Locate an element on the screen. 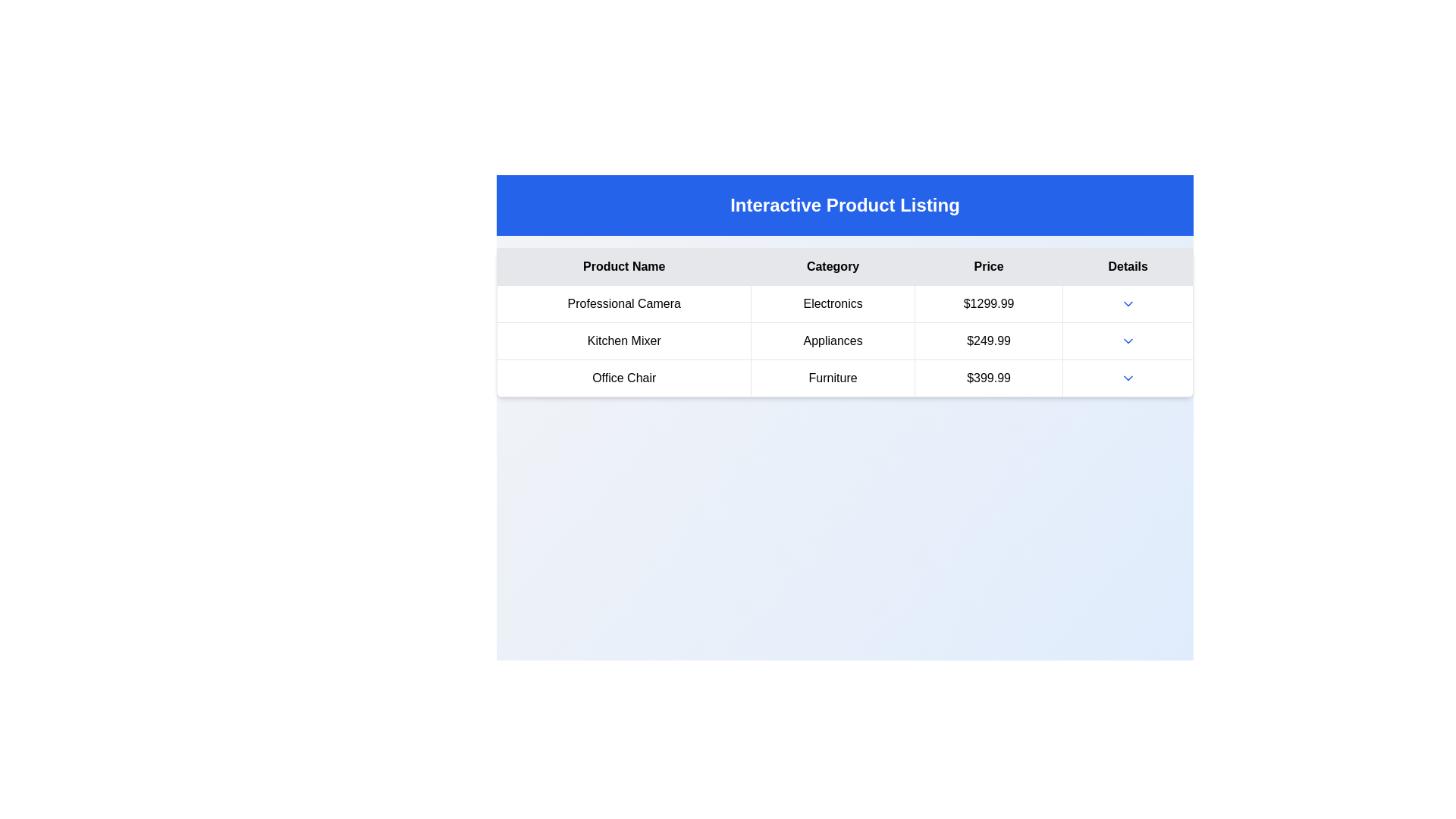 The height and width of the screenshot is (819, 1456). the static label component in the second row and second column of the table, which displays the category of the product, such as 'Appliances' is located at coordinates (844, 341).